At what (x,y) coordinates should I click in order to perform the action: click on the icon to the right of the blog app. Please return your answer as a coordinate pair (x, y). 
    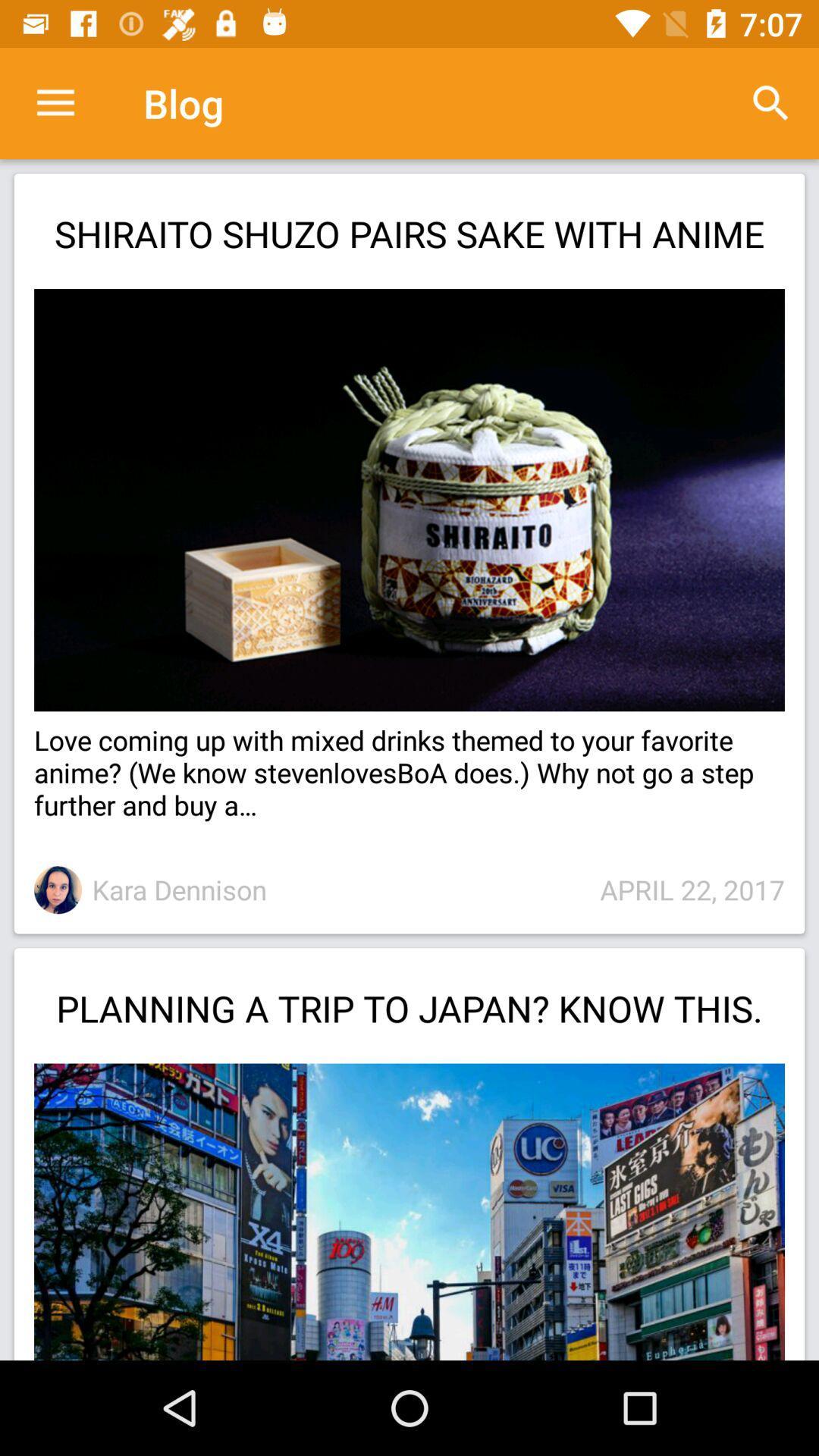
    Looking at the image, I should click on (771, 102).